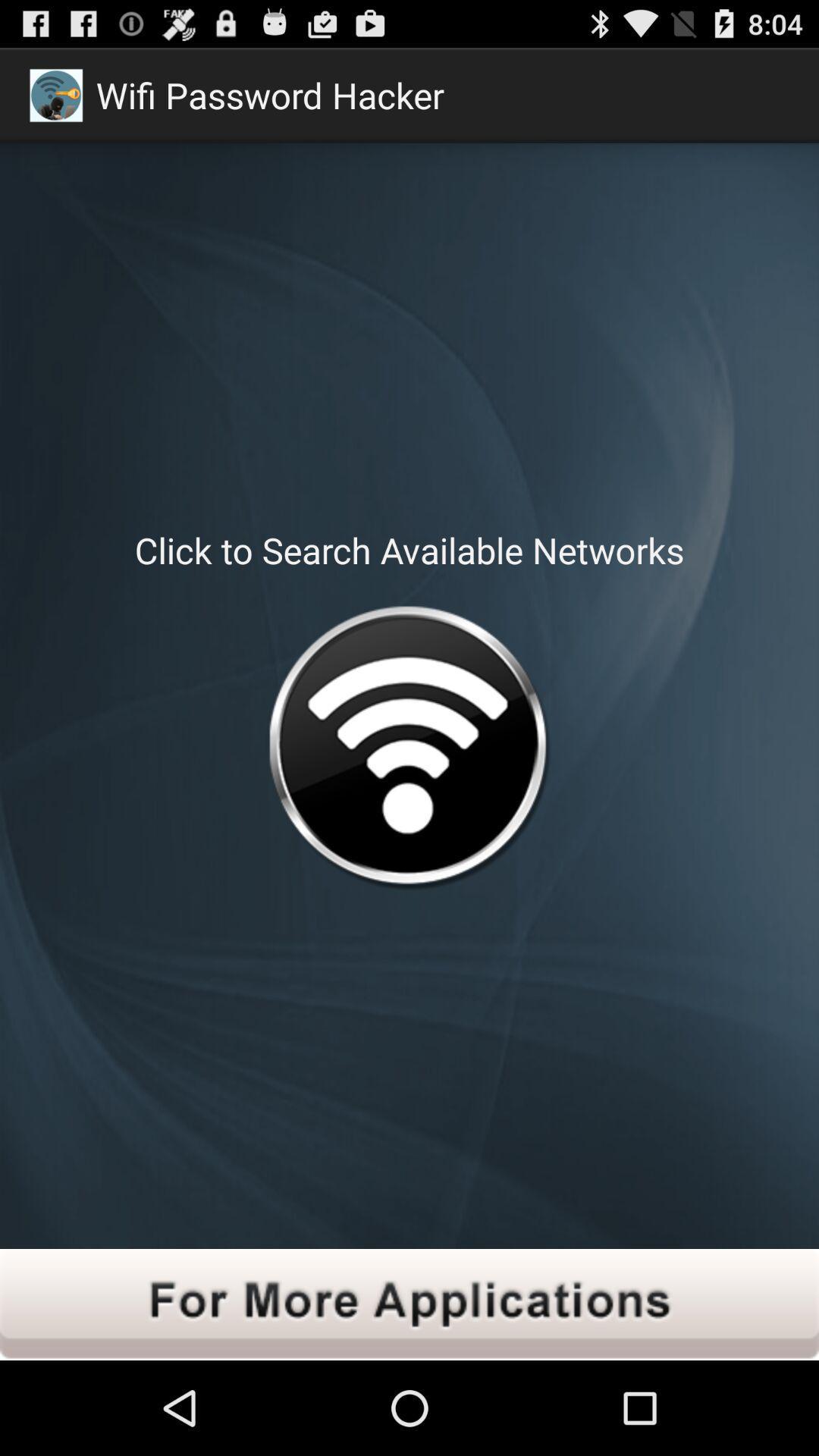 This screenshot has width=819, height=1456. What do you see at coordinates (408, 752) in the screenshot?
I see `icon below click to search item` at bounding box center [408, 752].